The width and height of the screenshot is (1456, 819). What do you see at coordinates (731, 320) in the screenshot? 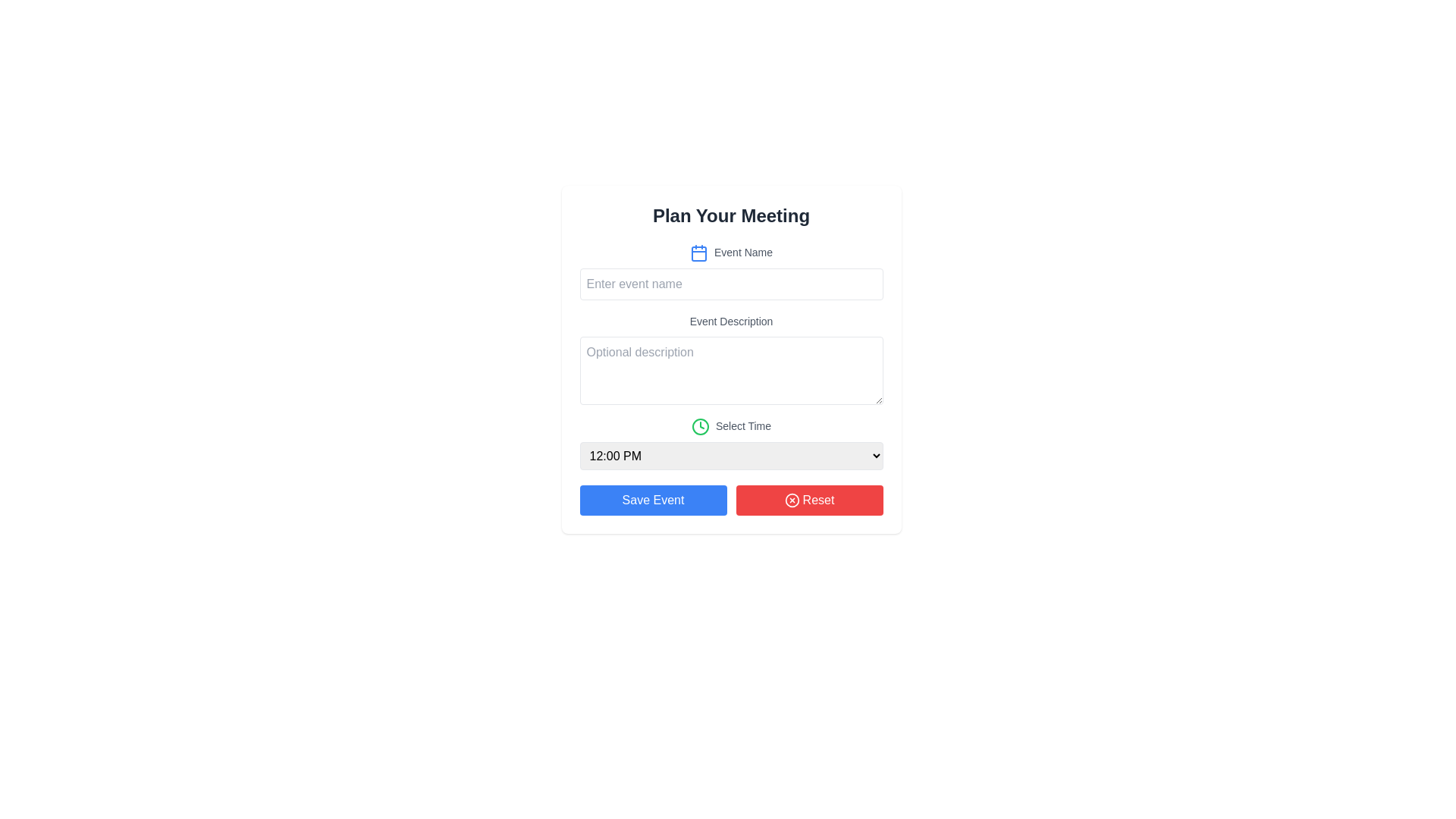
I see `the 'Event Description' label, which is styled with a smaller font size and medium-weight gray text, located directly above the description input area` at bounding box center [731, 320].